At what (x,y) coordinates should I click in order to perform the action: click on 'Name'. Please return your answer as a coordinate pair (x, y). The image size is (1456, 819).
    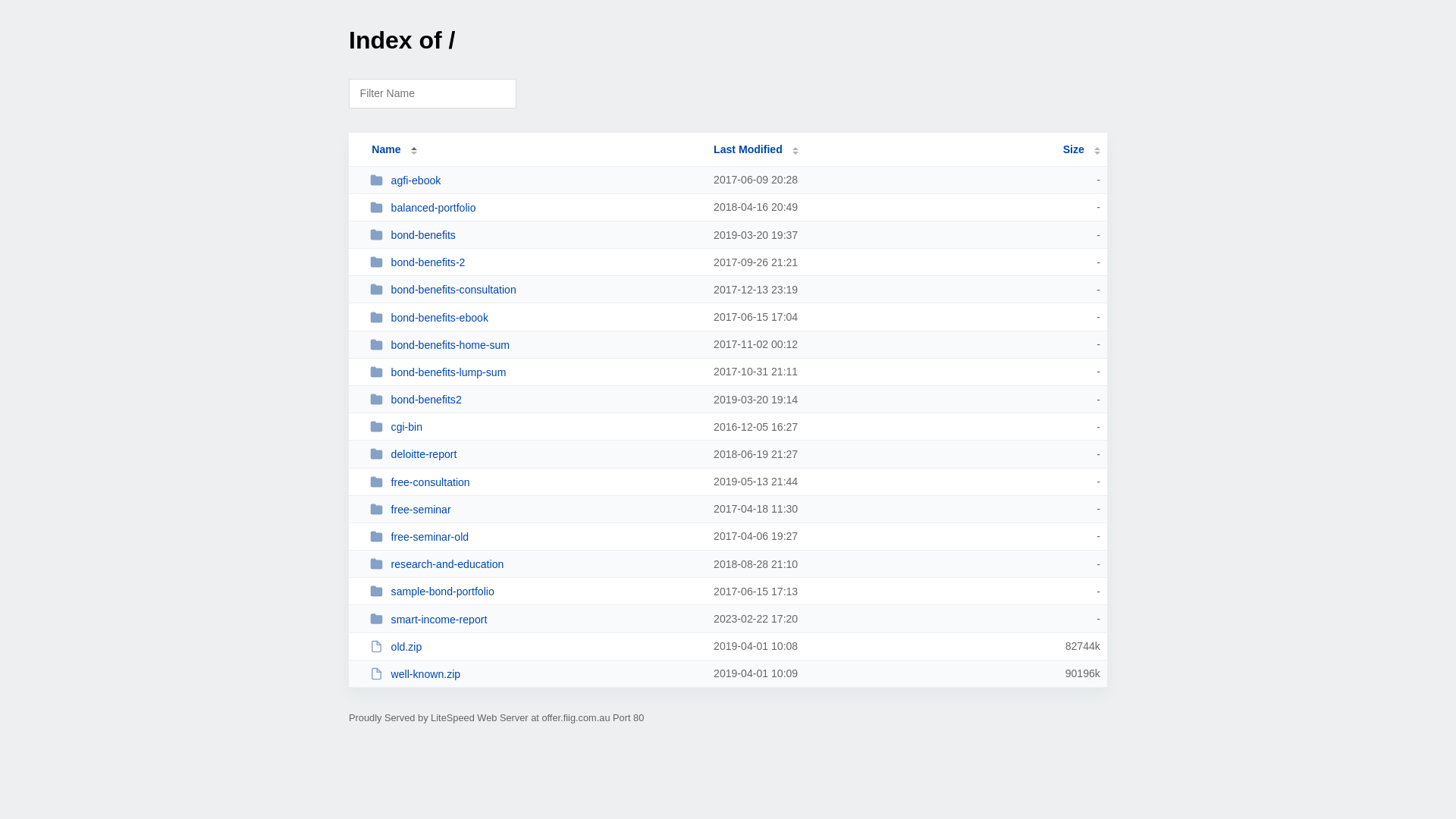
    Looking at the image, I should click on (385, 149).